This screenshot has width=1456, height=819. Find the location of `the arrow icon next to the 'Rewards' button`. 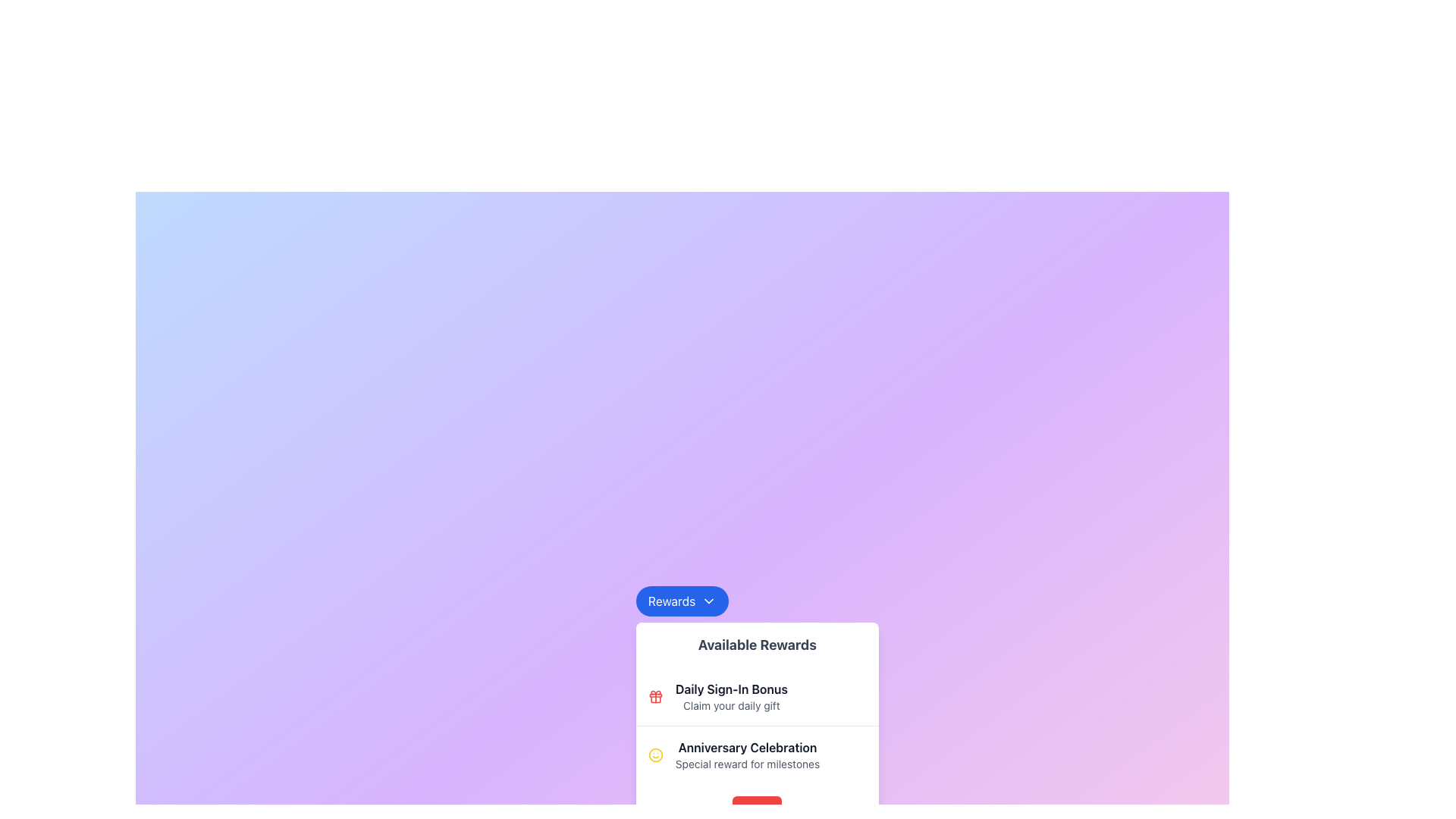

the arrow icon next to the 'Rewards' button is located at coordinates (708, 601).